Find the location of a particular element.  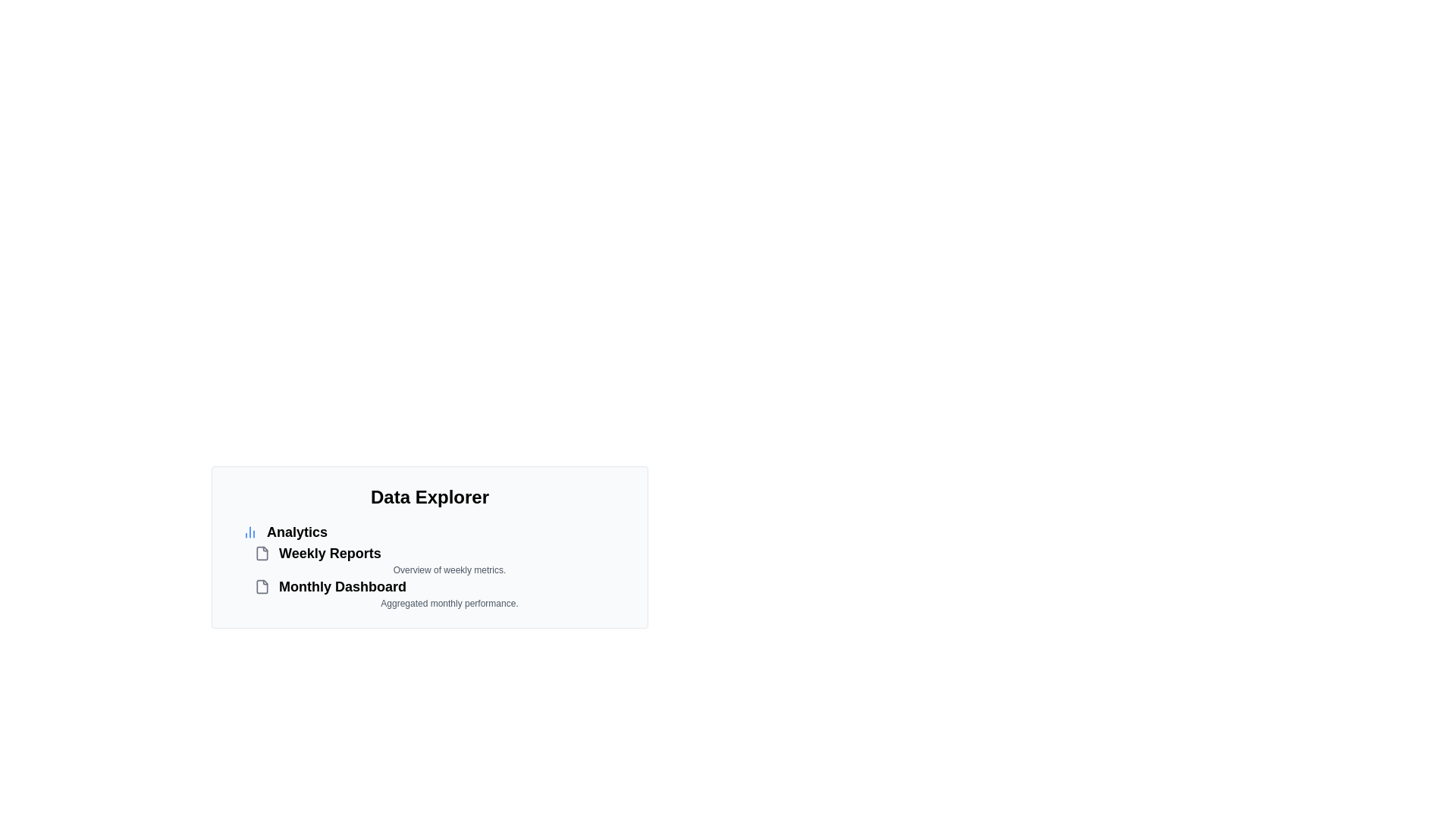

the 'Analytics' icon located to the left of the 'Analytics' text within the 'Data Explorer' section is located at coordinates (250, 532).